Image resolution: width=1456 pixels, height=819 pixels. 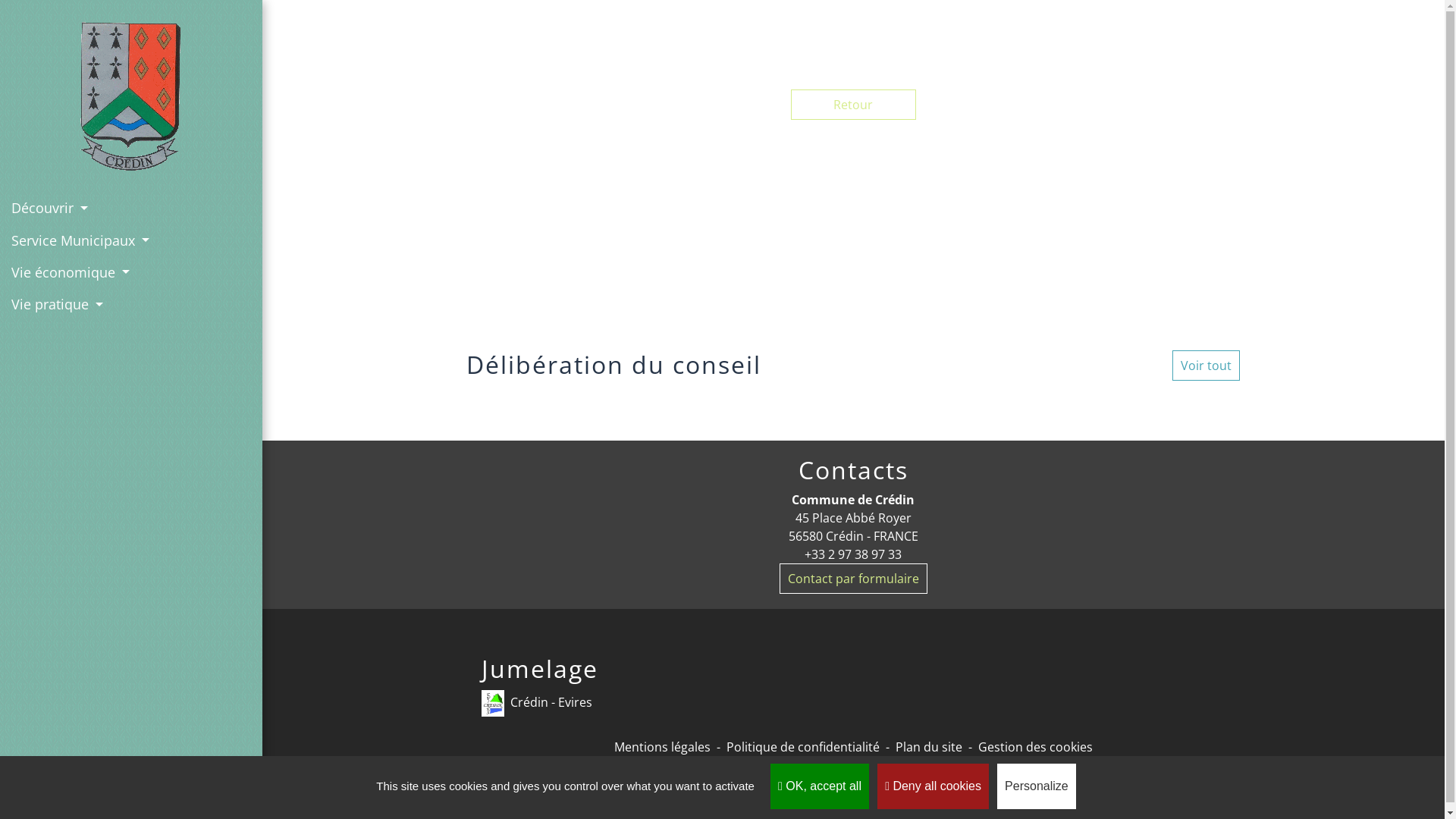 What do you see at coordinates (1036, 786) in the screenshot?
I see `'Personalize'` at bounding box center [1036, 786].